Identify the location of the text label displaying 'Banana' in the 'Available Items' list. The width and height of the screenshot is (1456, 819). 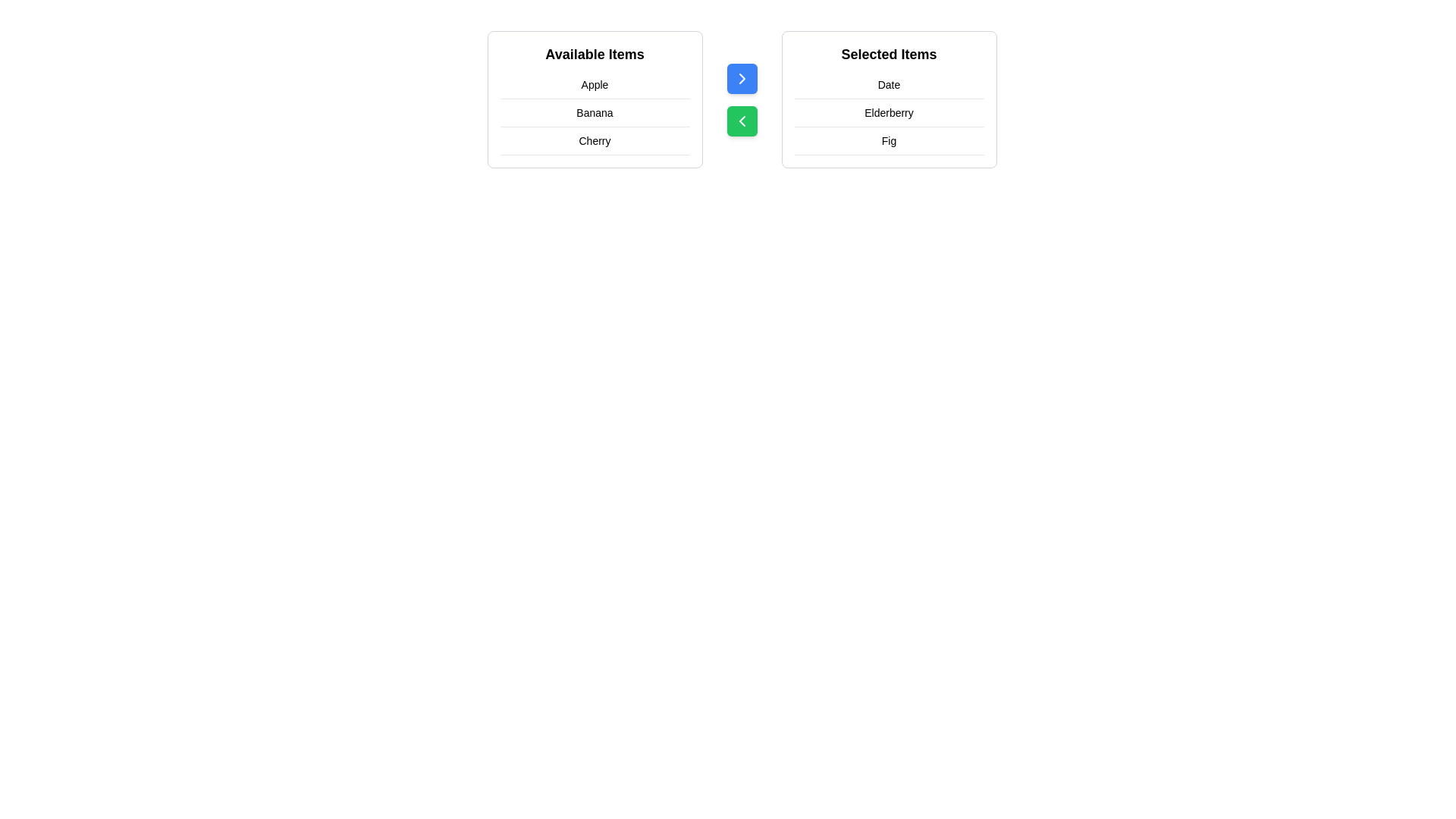
(594, 112).